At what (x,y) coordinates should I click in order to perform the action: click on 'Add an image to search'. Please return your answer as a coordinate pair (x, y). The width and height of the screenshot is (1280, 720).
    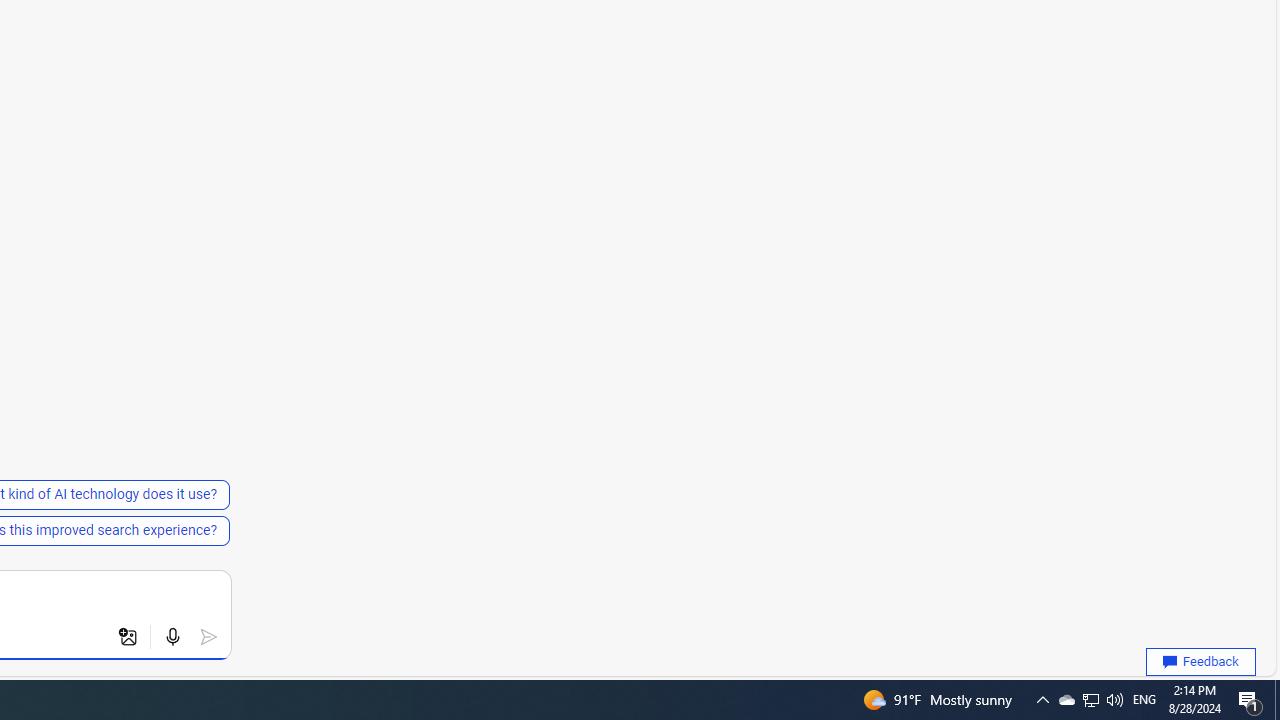
    Looking at the image, I should click on (127, 637).